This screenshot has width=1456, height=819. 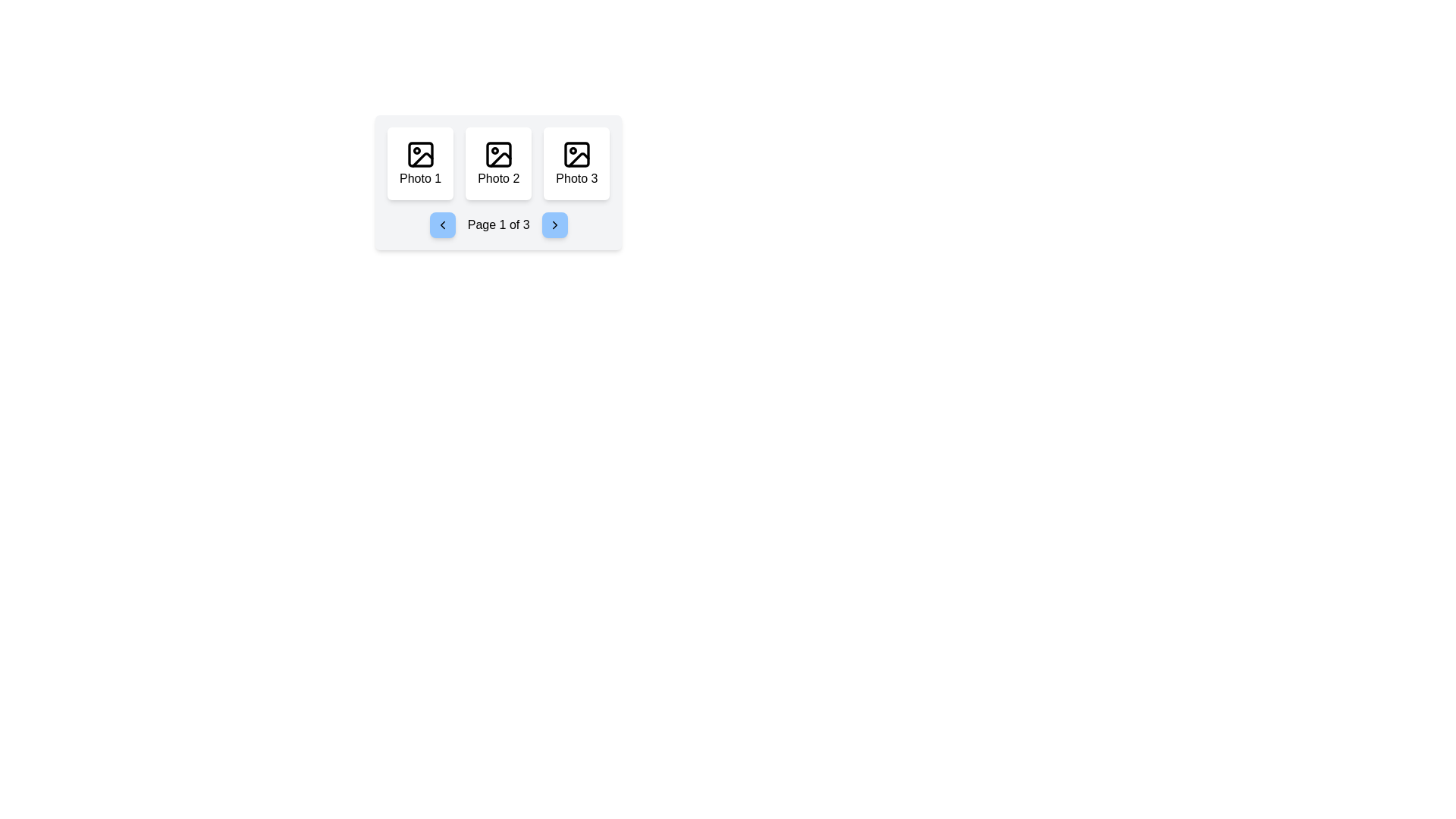 I want to click on the image icon located at the top of the 'Photo 1' card, which represents photo content in the interface, so click(x=420, y=155).